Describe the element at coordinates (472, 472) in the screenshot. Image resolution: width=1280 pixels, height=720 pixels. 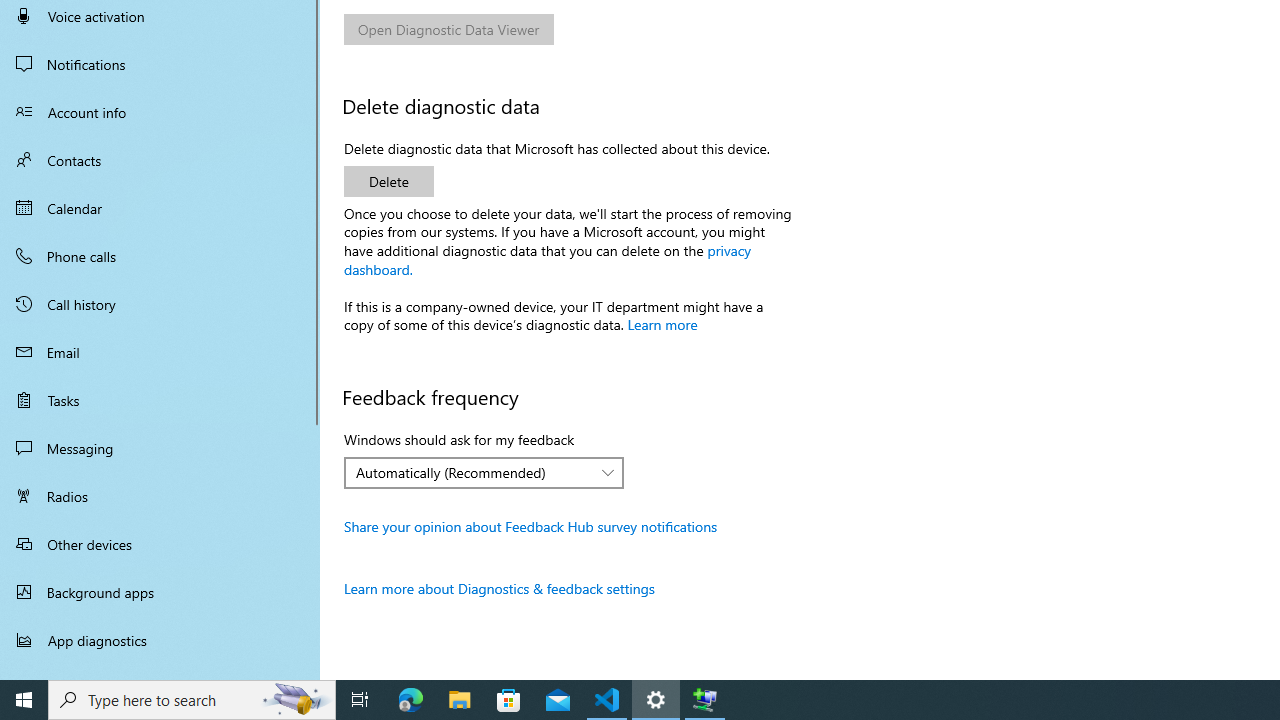
I see `'Automatically (Recommended)'` at that location.